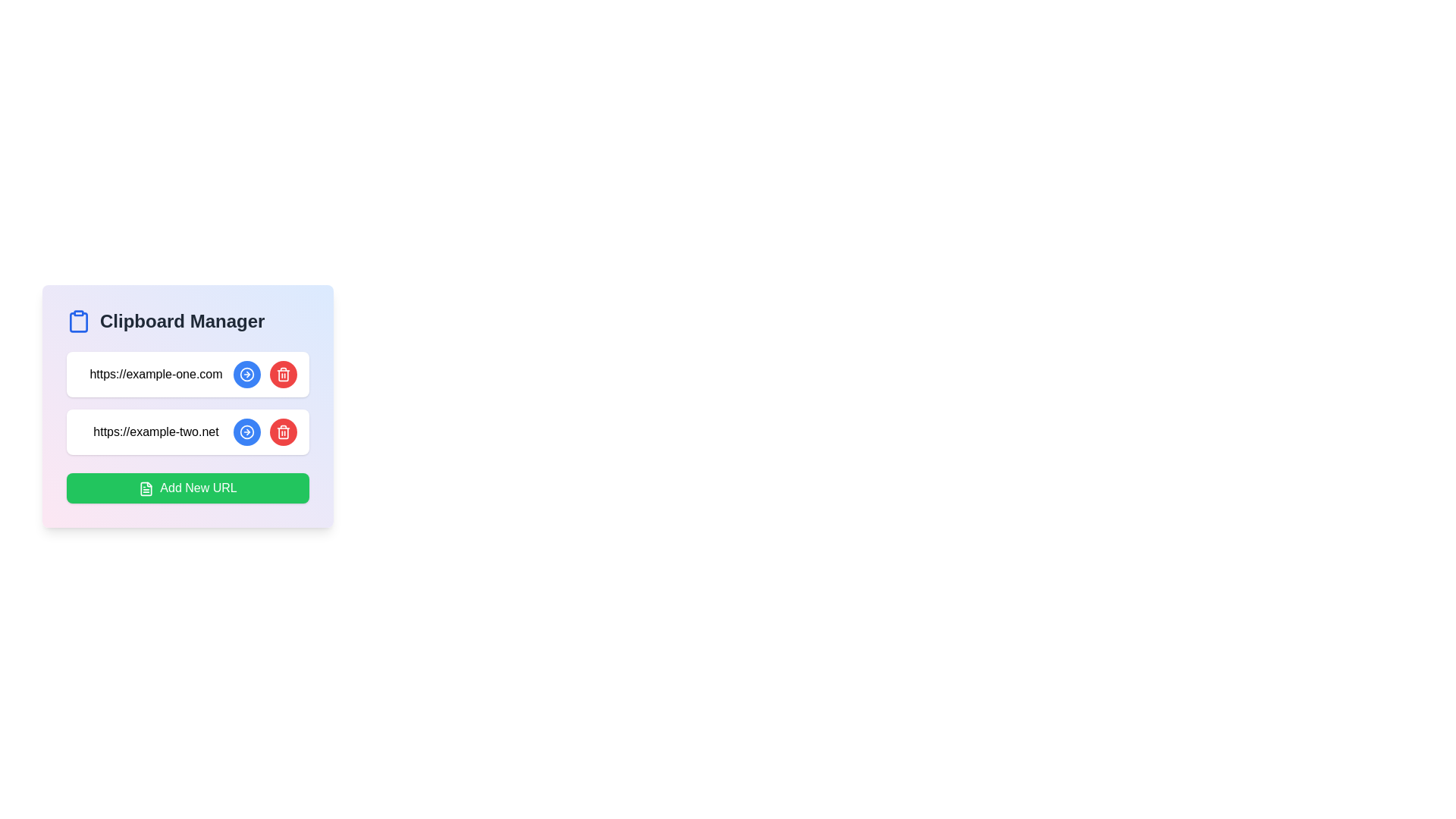 The width and height of the screenshot is (1456, 819). What do you see at coordinates (146, 488) in the screenshot?
I see `the icon that resembles a document or file with text lines inside, located on the left side of the green button labeled 'Add New URL'` at bounding box center [146, 488].